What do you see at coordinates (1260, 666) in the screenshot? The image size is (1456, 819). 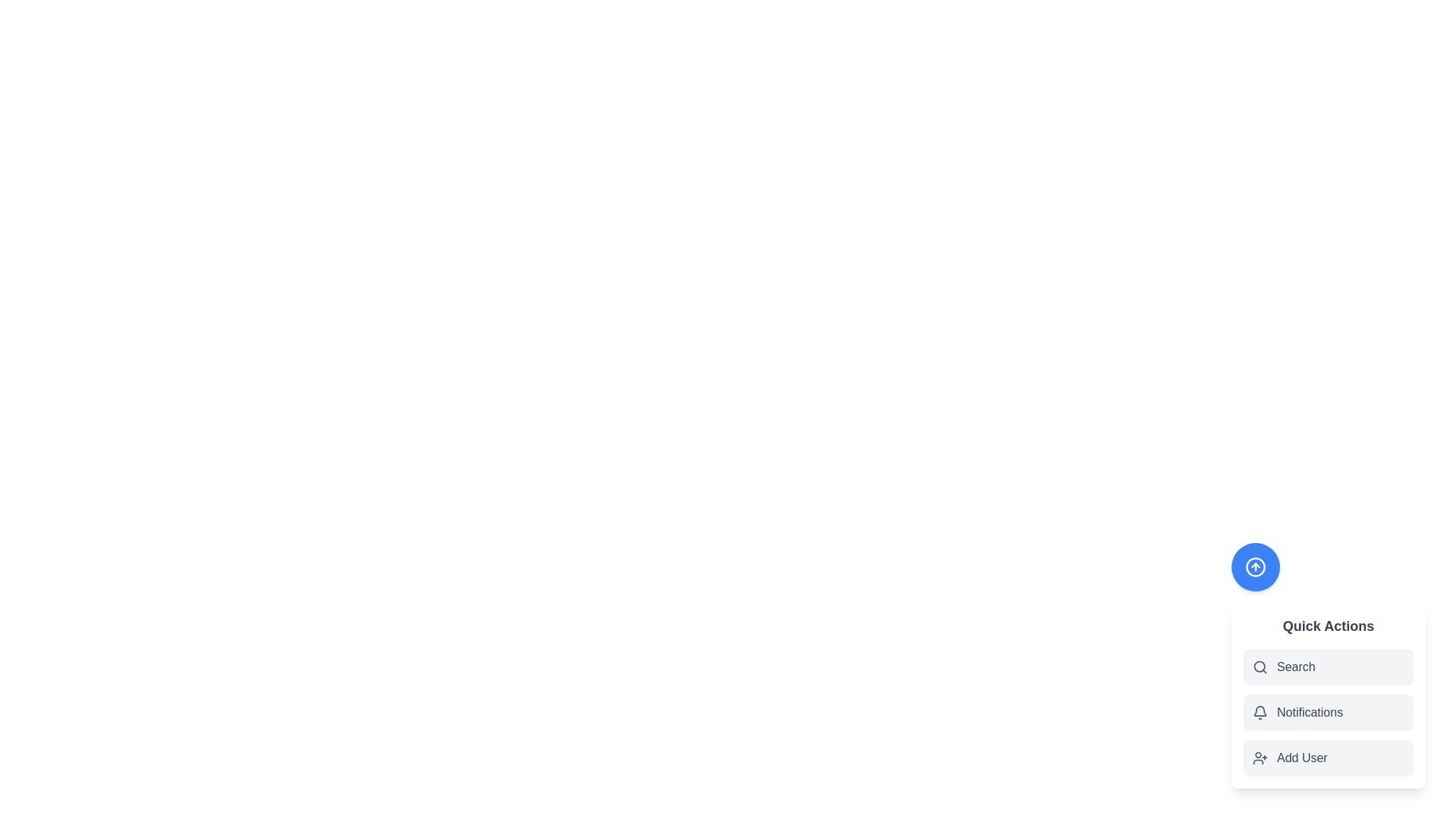 I see `the gray magnifying glass icon located next to the 'Search' text label in the 'Quick Actions' menu` at bounding box center [1260, 666].